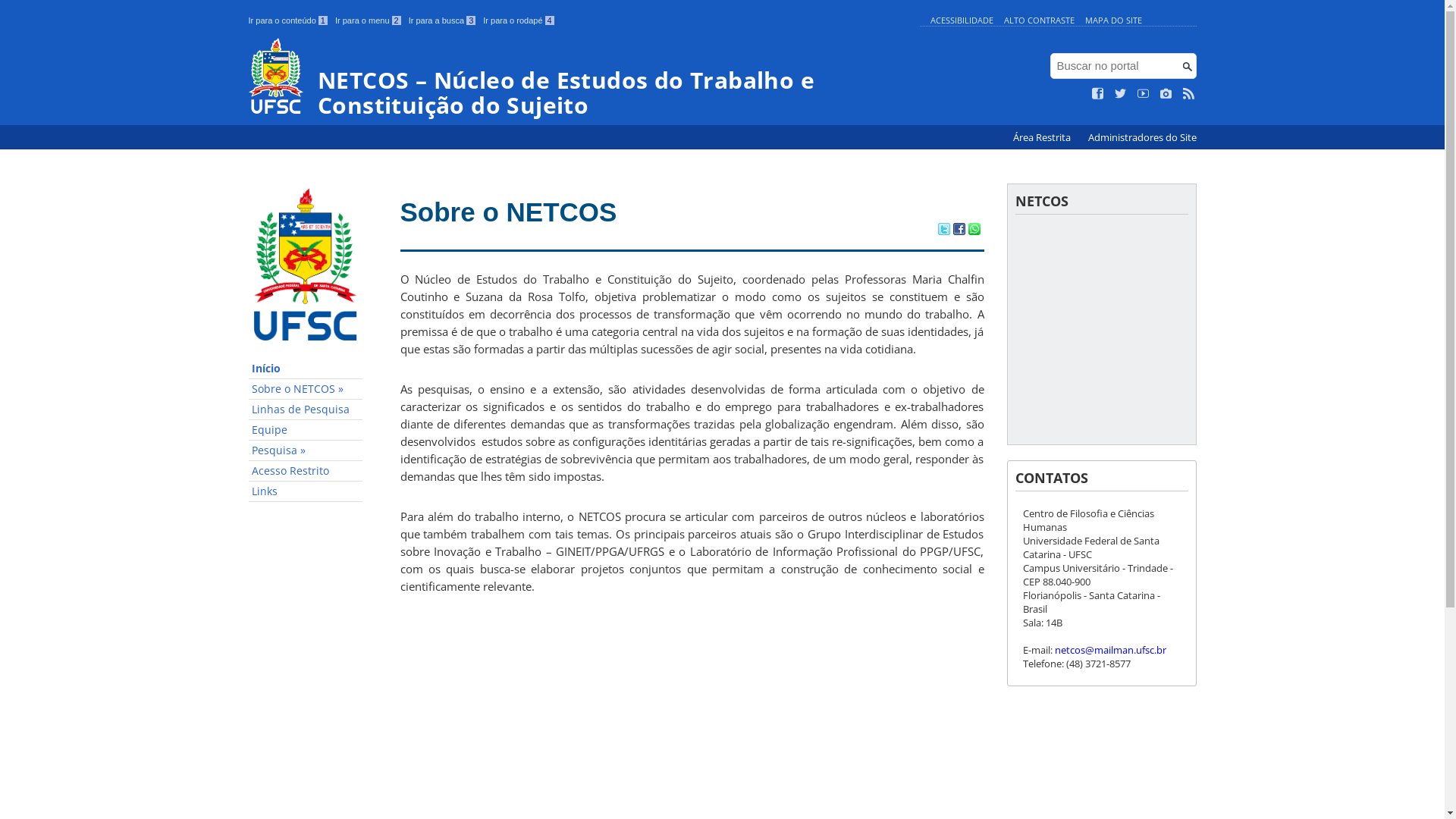 The width and height of the screenshot is (1456, 819). Describe the element at coordinates (441, 20) in the screenshot. I see `'Ir para a busca 3'` at that location.